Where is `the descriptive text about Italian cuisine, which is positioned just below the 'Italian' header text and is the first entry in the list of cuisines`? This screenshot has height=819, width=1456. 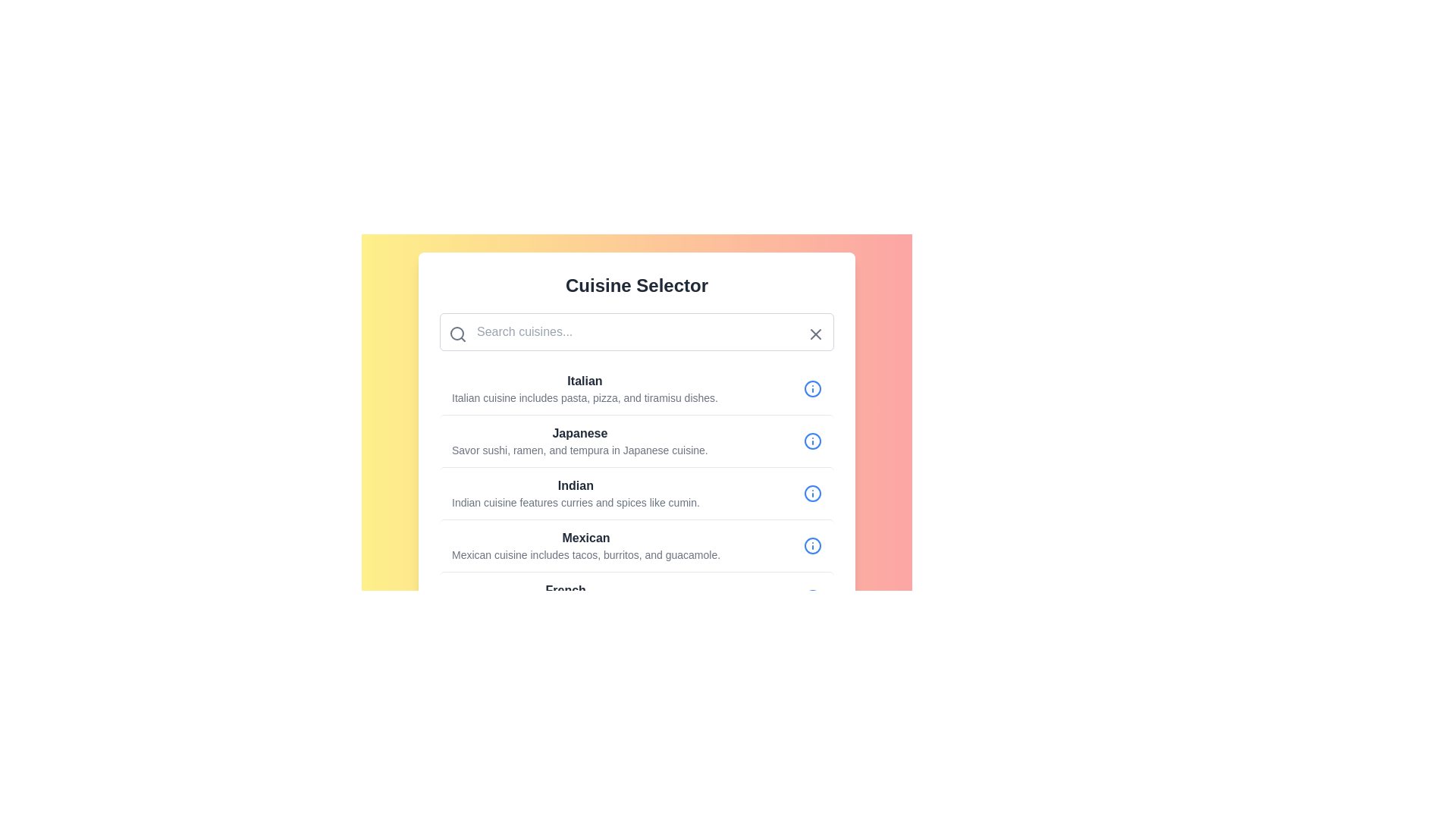
the descriptive text about Italian cuisine, which is positioned just below the 'Italian' header text and is the first entry in the list of cuisines is located at coordinates (584, 397).